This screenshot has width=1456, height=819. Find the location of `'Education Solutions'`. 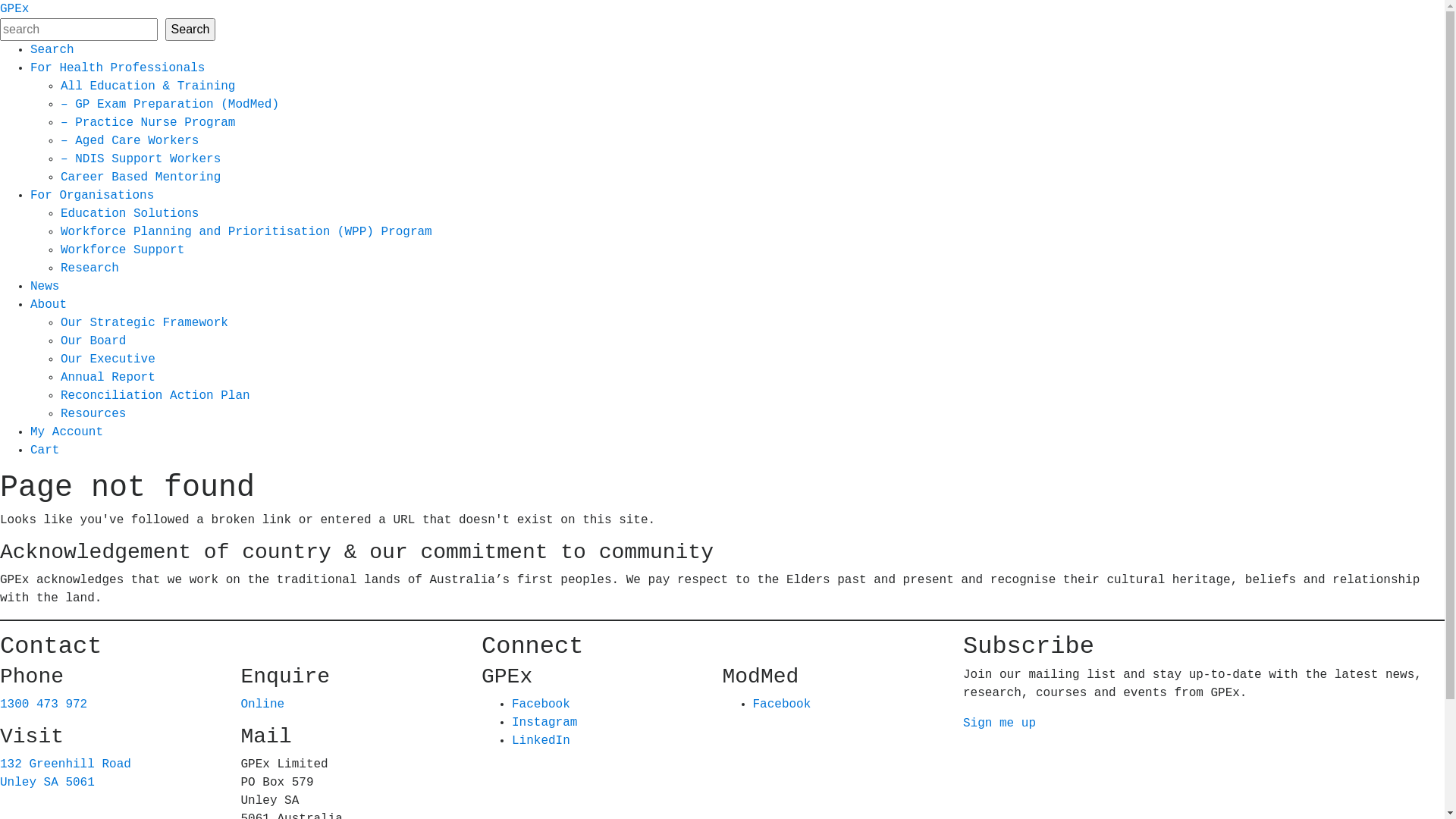

'Education Solutions' is located at coordinates (130, 213).